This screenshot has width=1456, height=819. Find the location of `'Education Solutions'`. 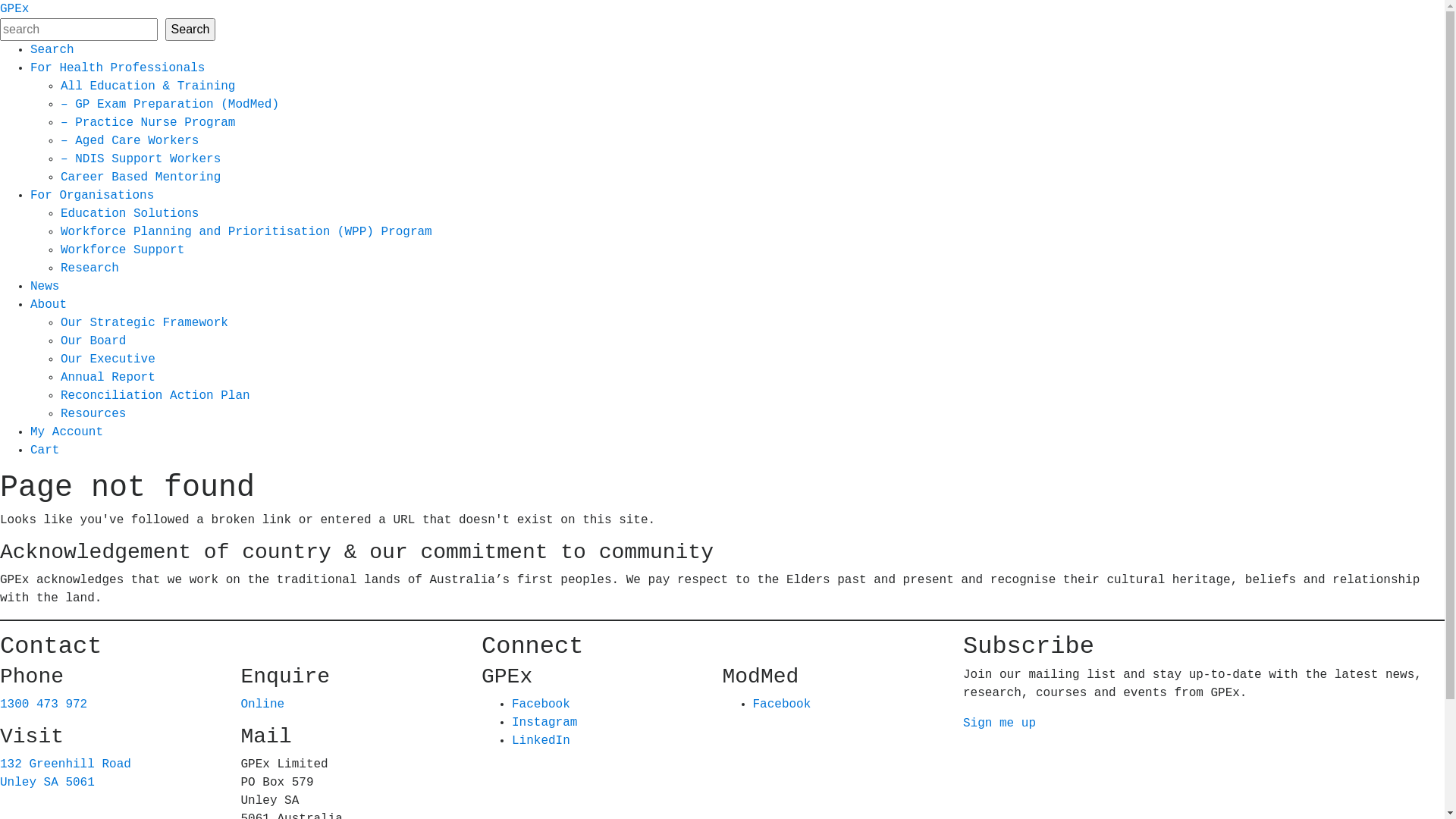

'Education Solutions' is located at coordinates (130, 213).